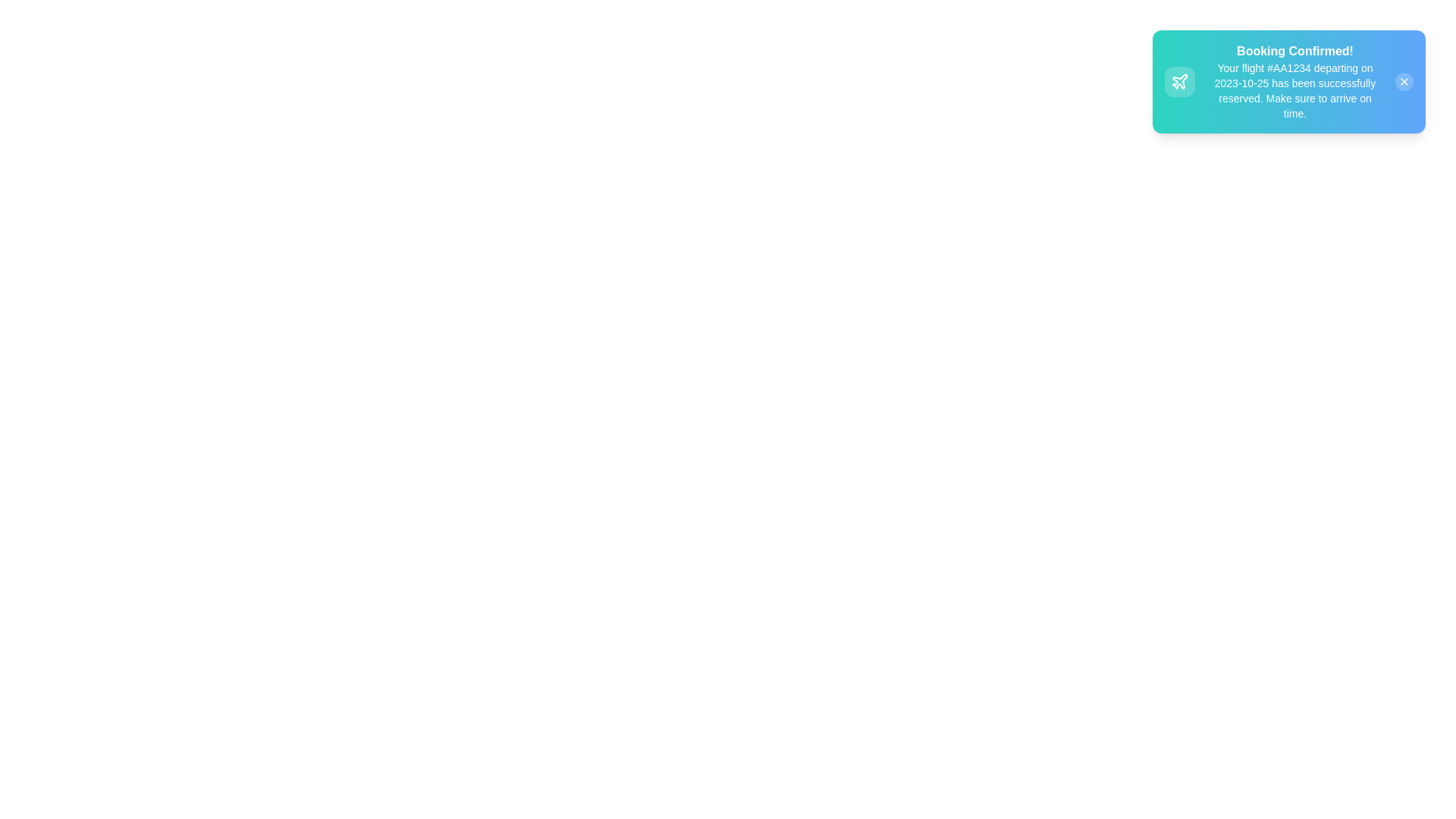  What do you see at coordinates (1179, 81) in the screenshot?
I see `the decorative plane icon located on the left side of the notification bubble in the top-right corner of the interface` at bounding box center [1179, 81].